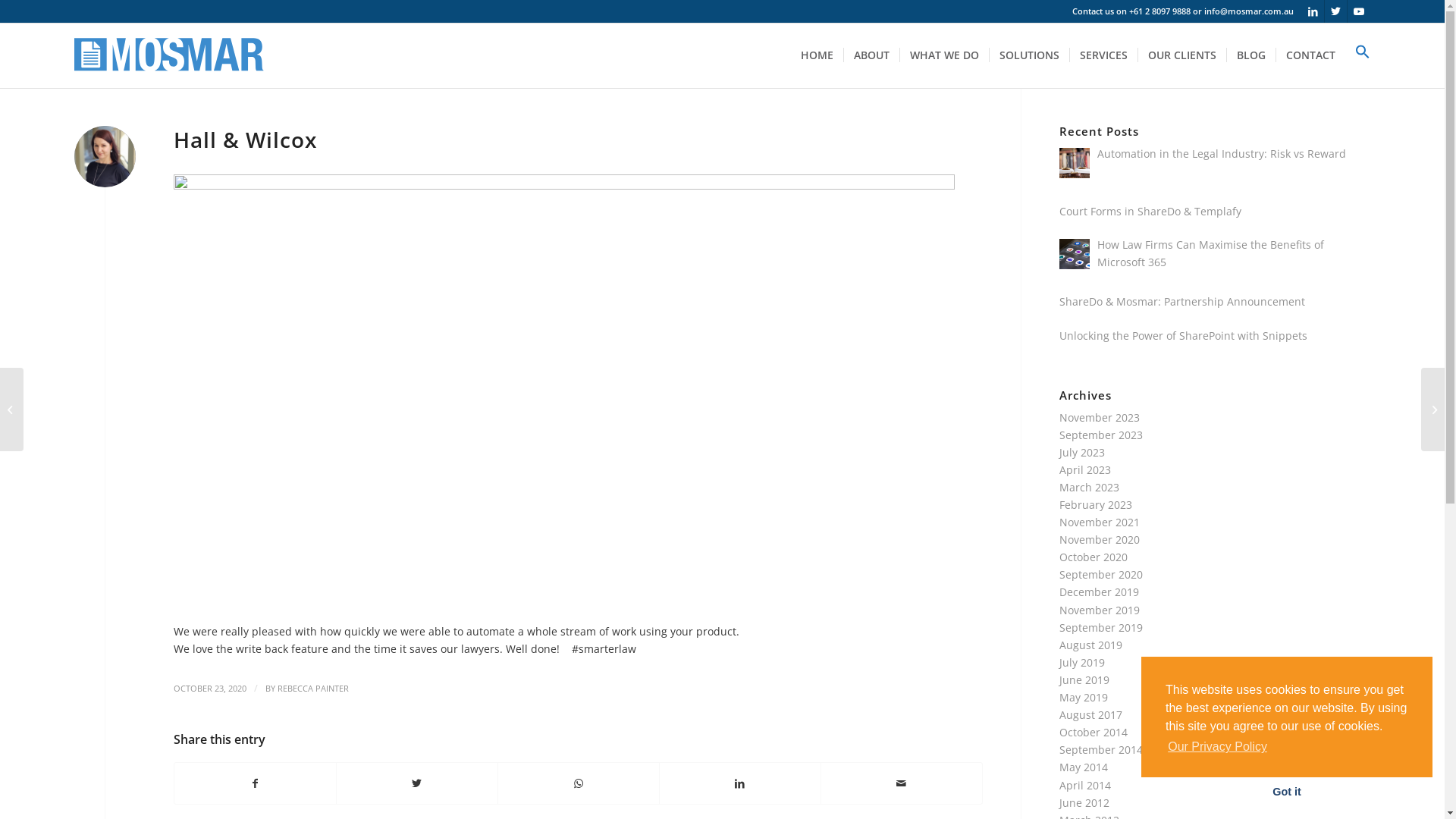  I want to click on 'October 2014', so click(1093, 731).